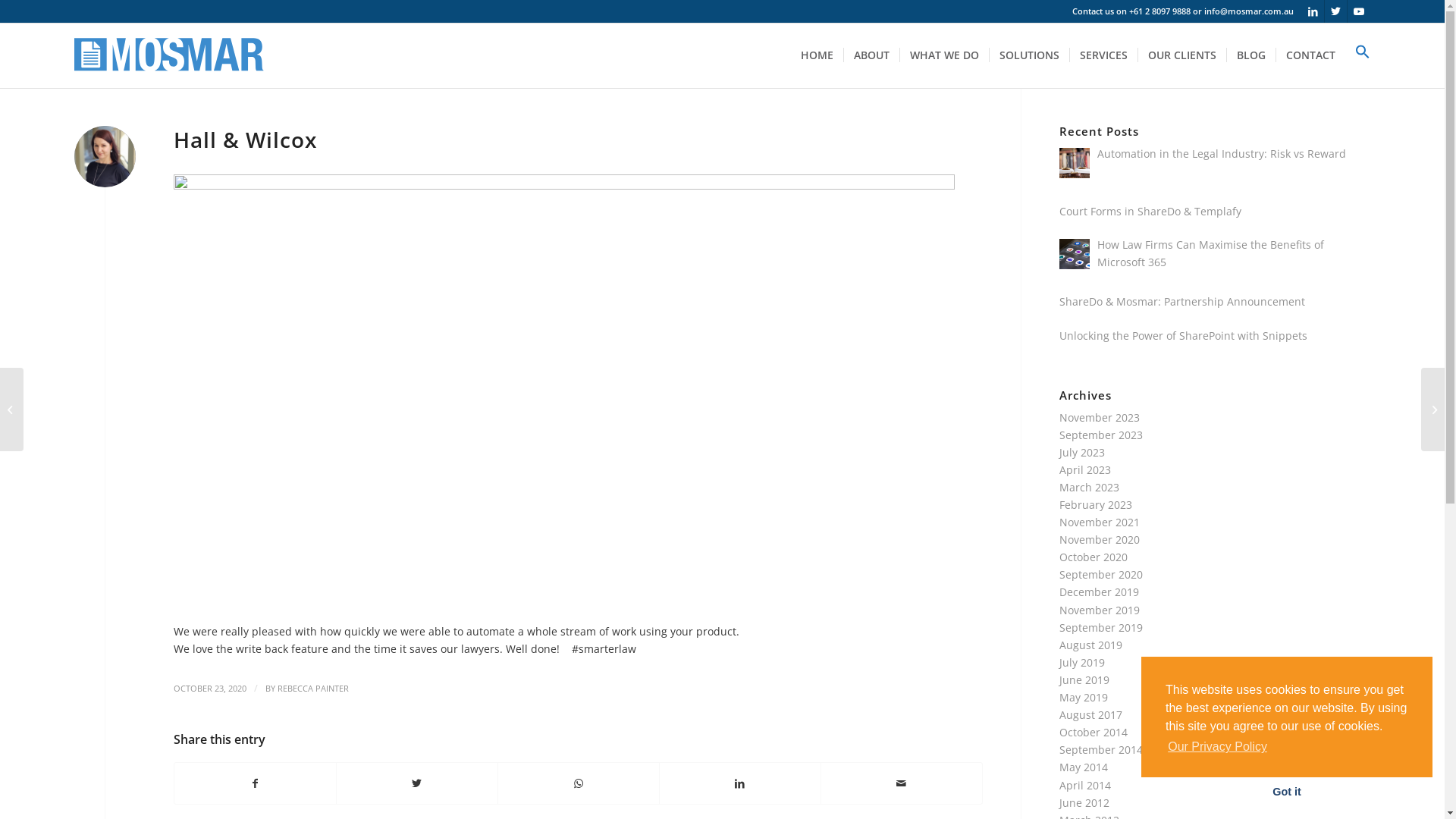  I want to click on 'October 2014', so click(1093, 731).